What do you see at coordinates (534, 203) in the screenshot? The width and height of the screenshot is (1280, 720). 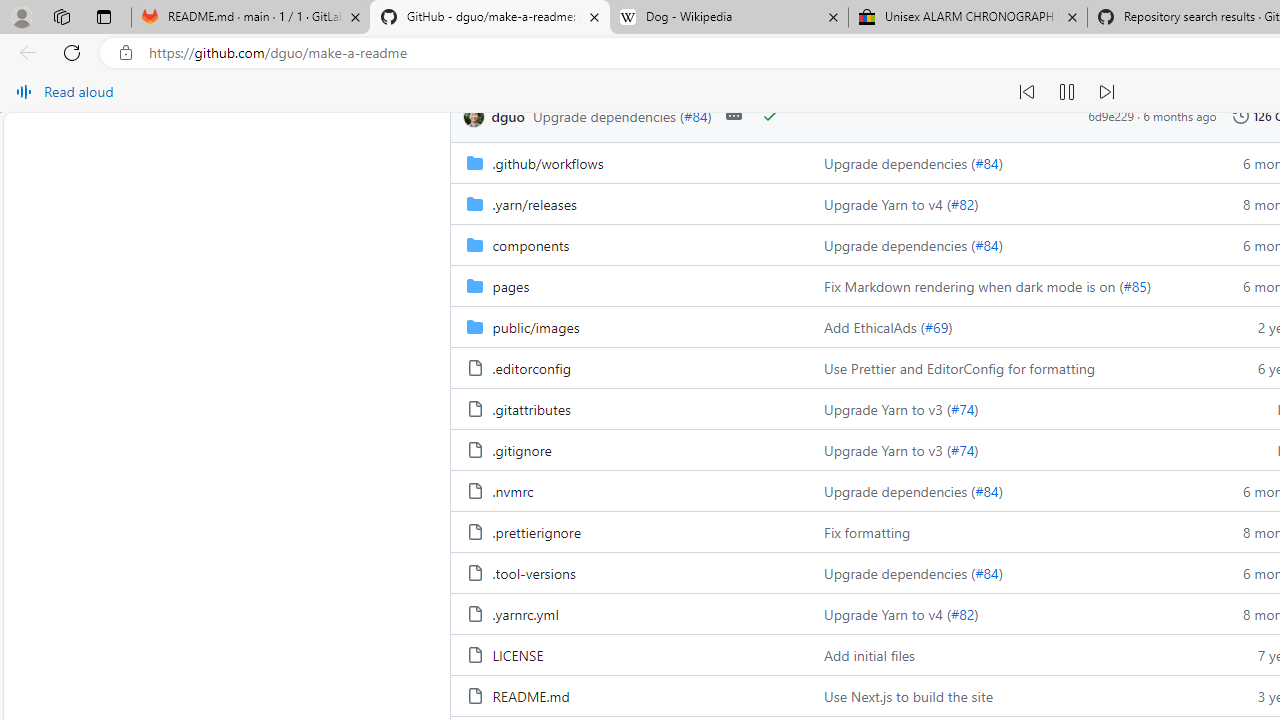 I see `'.yarn/releases, (Directory)'` at bounding box center [534, 203].